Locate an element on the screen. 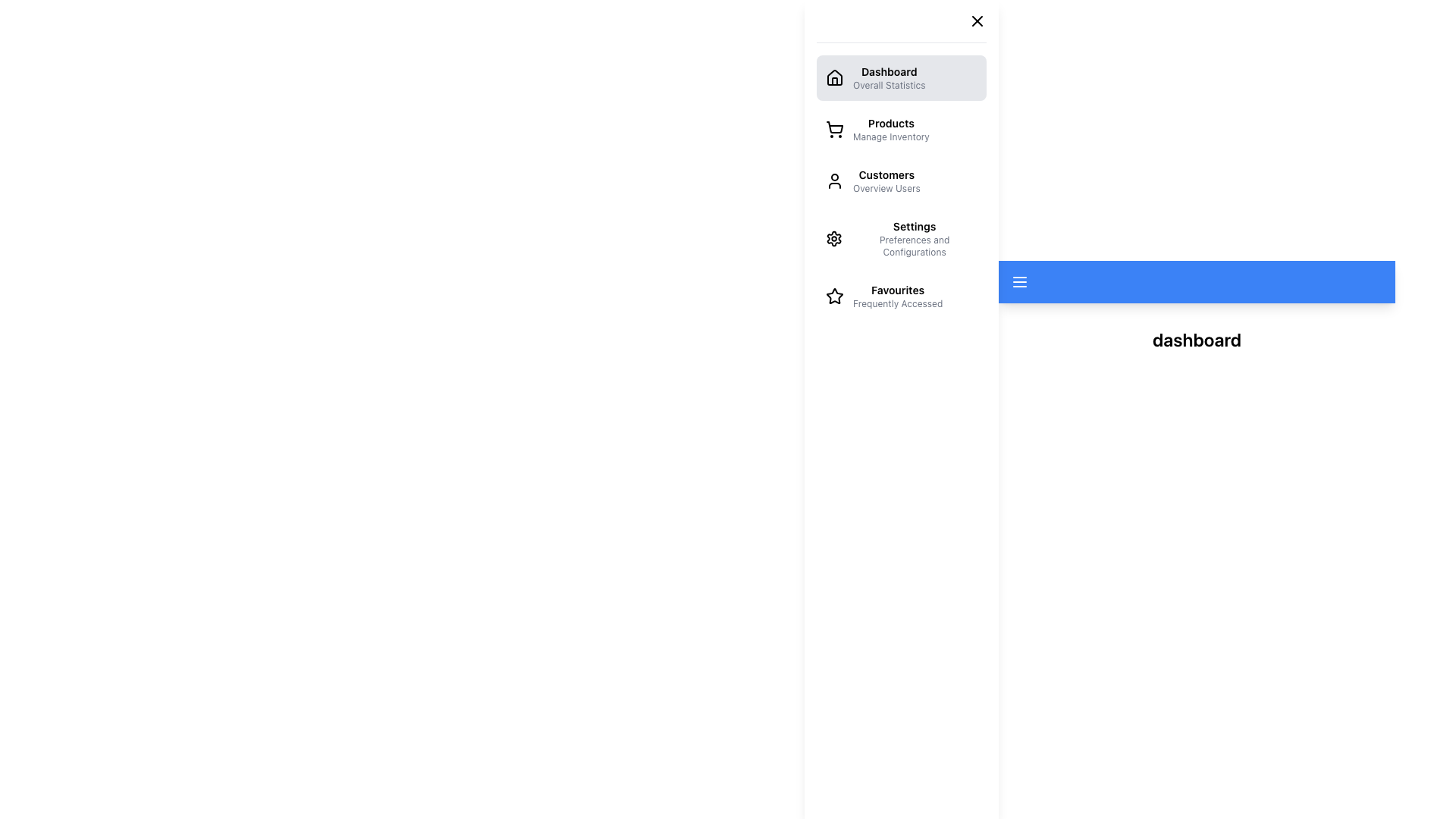 This screenshot has width=1456, height=819. the 'Products' label located in the sidebar navigation menu is located at coordinates (891, 122).